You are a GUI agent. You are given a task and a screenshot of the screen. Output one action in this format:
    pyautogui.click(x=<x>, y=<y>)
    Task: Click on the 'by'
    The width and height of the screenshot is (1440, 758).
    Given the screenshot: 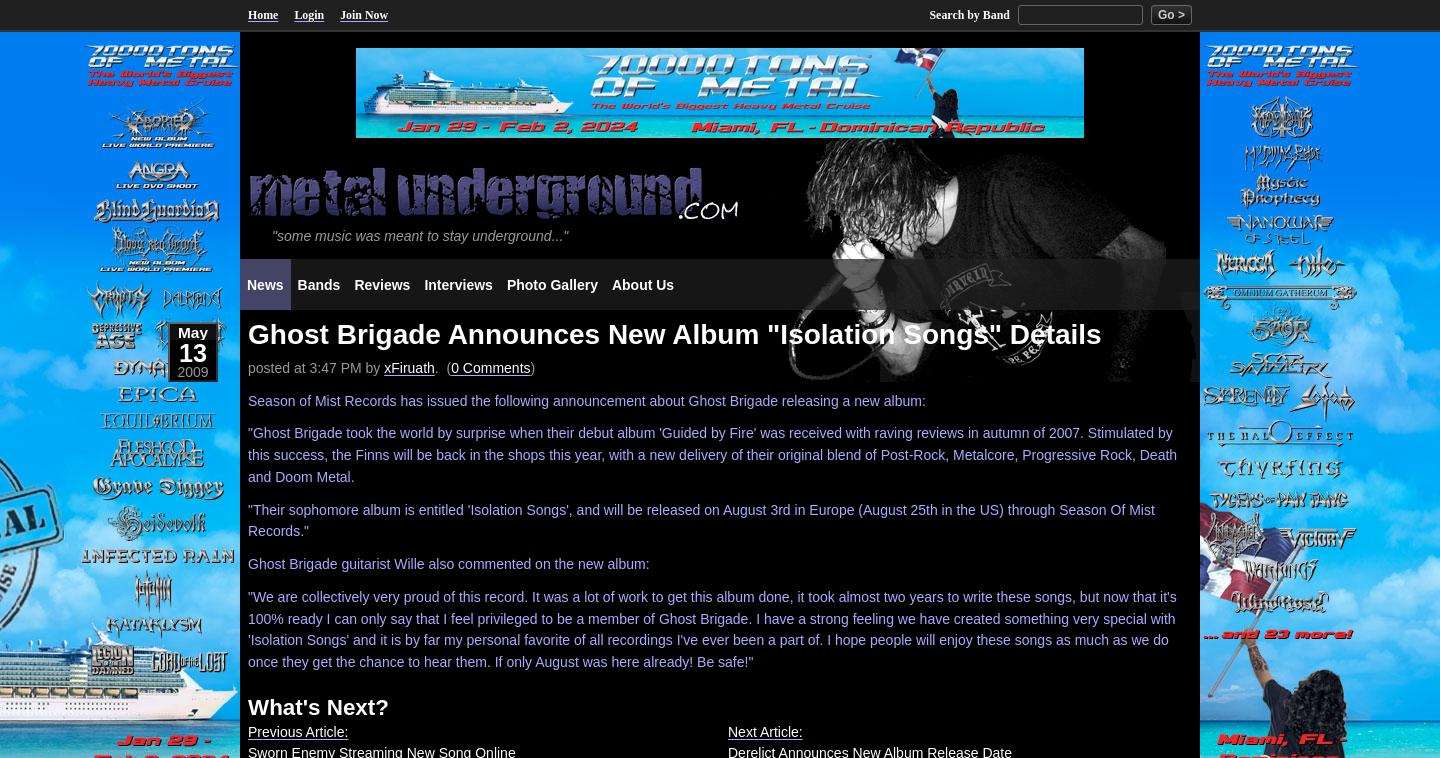 What is the action you would take?
    pyautogui.click(x=371, y=367)
    